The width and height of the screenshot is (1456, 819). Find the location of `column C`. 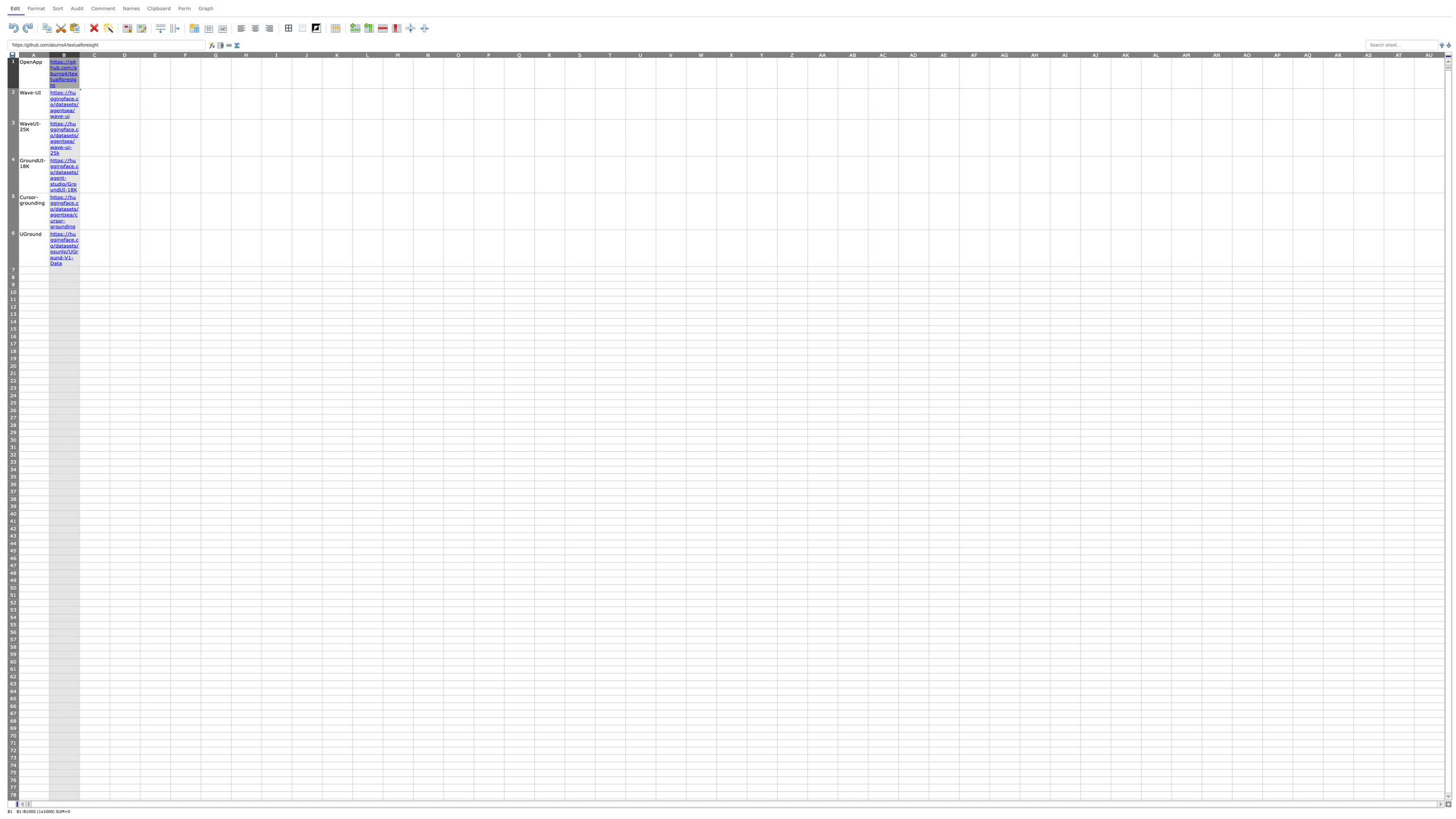

column C is located at coordinates (94, 54).